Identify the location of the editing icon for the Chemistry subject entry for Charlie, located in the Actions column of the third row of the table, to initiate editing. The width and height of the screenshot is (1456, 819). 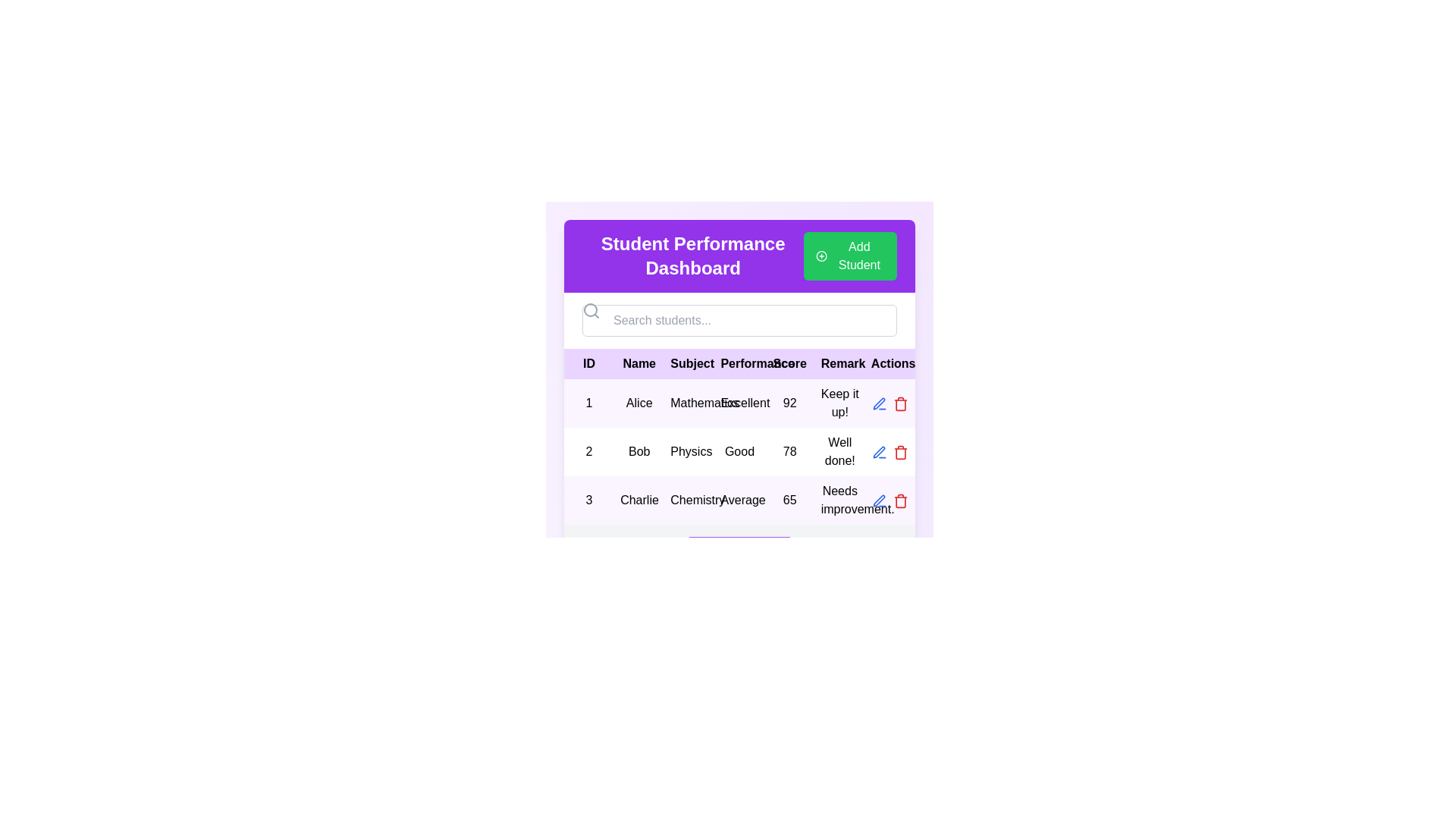
(879, 500).